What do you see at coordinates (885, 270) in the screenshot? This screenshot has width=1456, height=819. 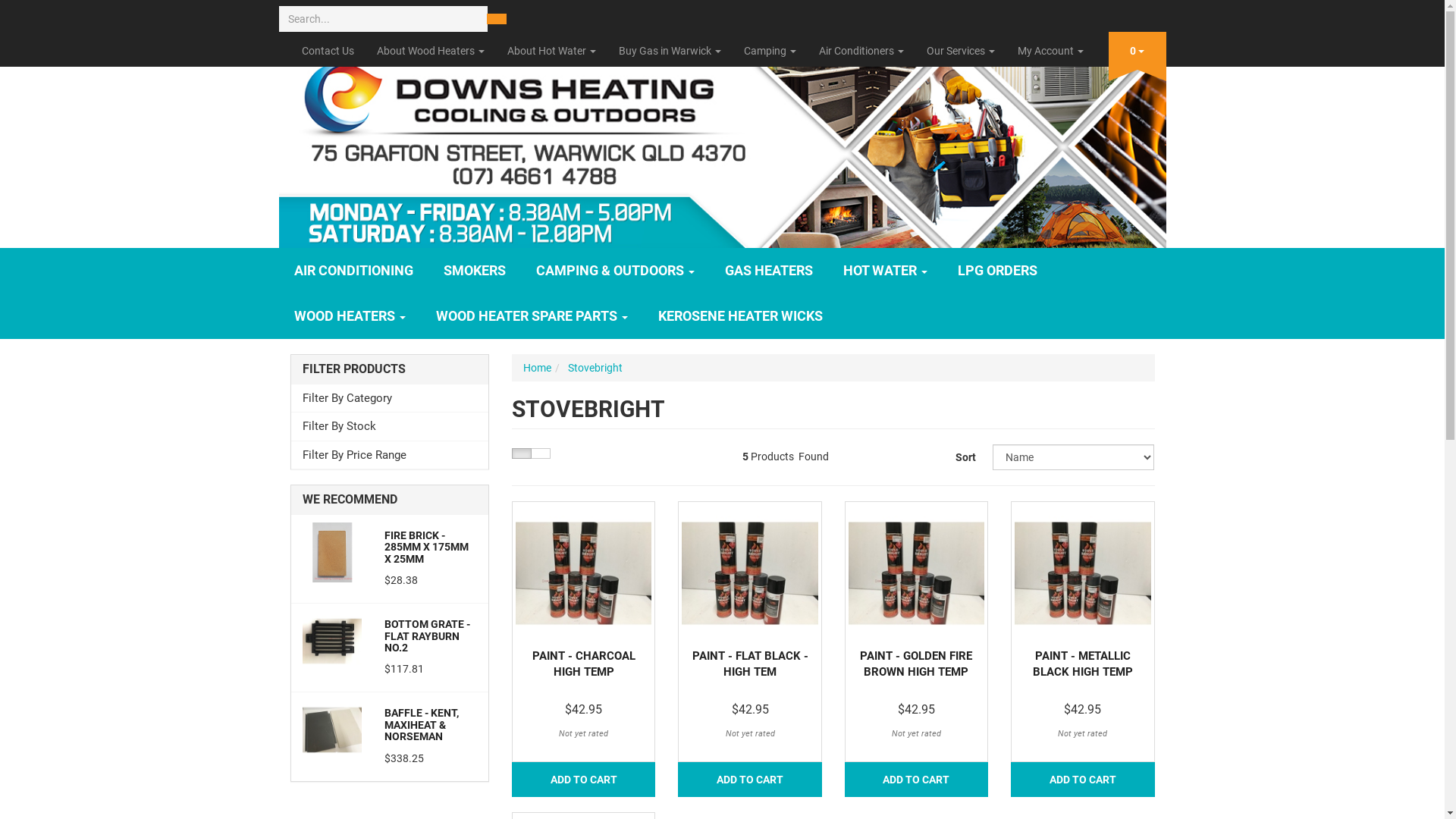 I see `'HOT WATER'` at bounding box center [885, 270].